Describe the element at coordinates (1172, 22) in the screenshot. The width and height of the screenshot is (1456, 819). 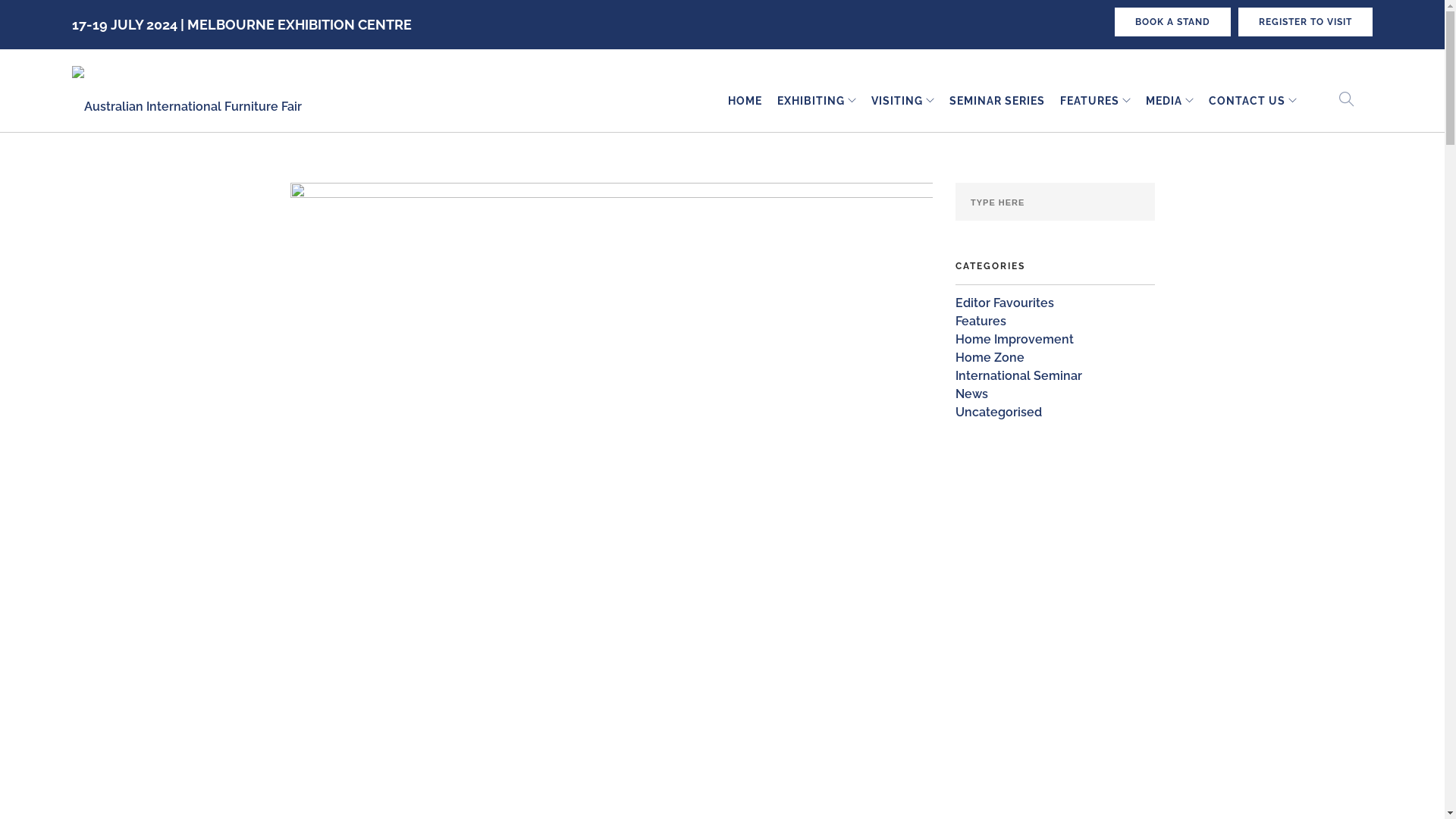
I see `'BOOK A STAND'` at that location.